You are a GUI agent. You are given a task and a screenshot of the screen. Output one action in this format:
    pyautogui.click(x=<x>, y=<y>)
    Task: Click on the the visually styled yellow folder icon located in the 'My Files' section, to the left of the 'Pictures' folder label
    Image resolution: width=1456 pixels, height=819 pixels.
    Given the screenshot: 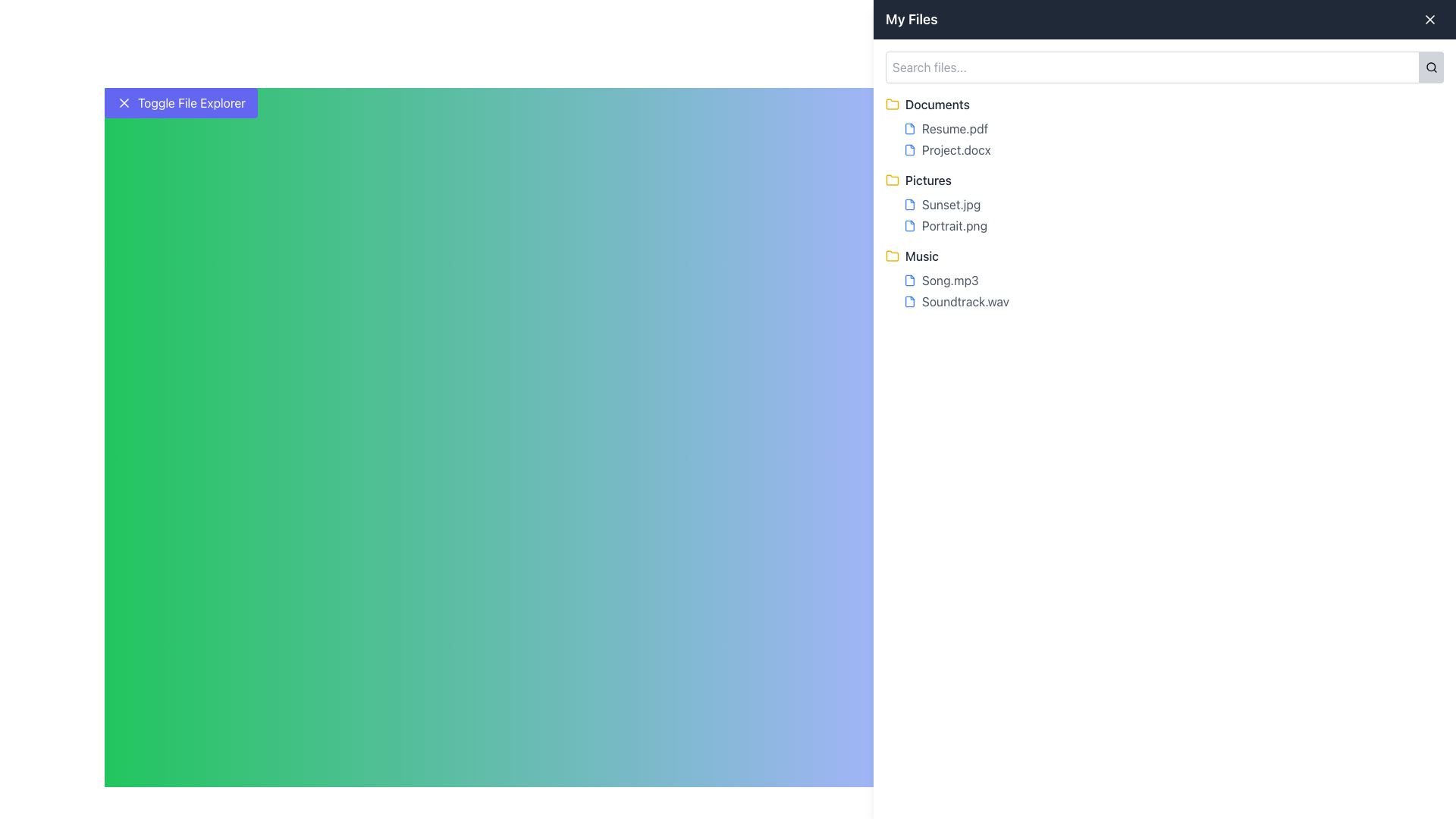 What is the action you would take?
    pyautogui.click(x=892, y=103)
    